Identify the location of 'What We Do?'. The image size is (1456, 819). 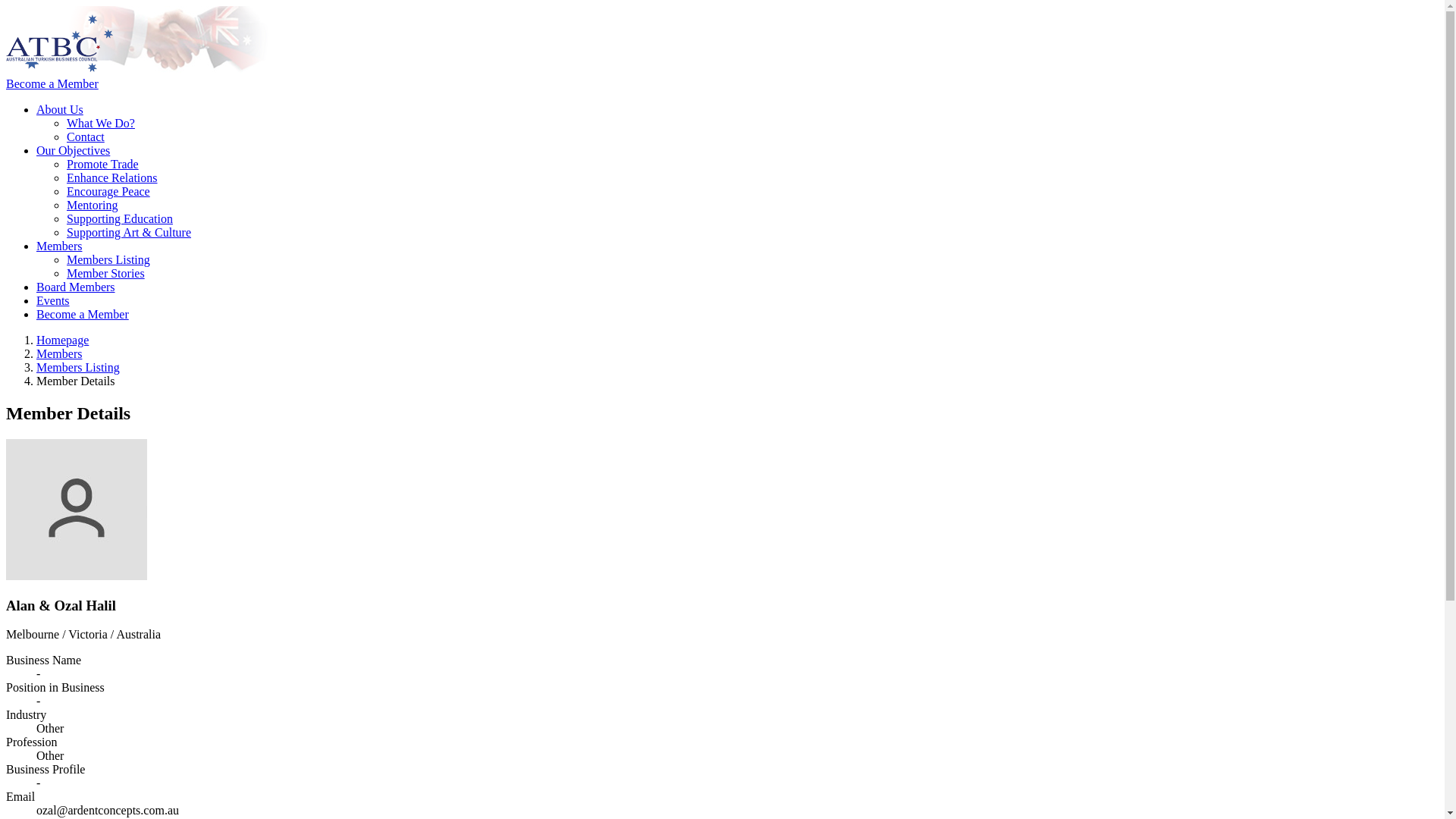
(100, 122).